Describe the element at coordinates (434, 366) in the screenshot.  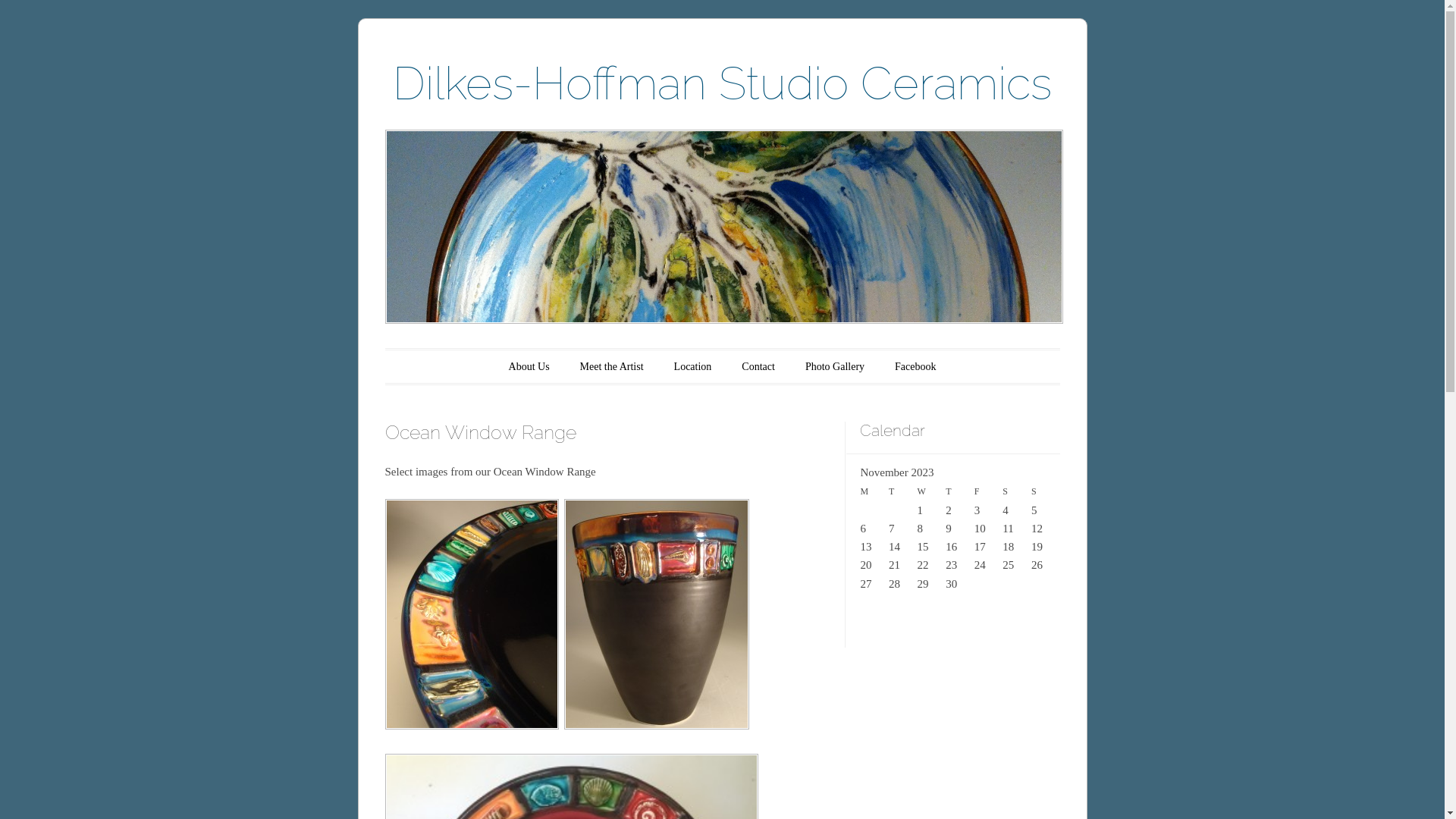
I see `'Skip to content'` at that location.